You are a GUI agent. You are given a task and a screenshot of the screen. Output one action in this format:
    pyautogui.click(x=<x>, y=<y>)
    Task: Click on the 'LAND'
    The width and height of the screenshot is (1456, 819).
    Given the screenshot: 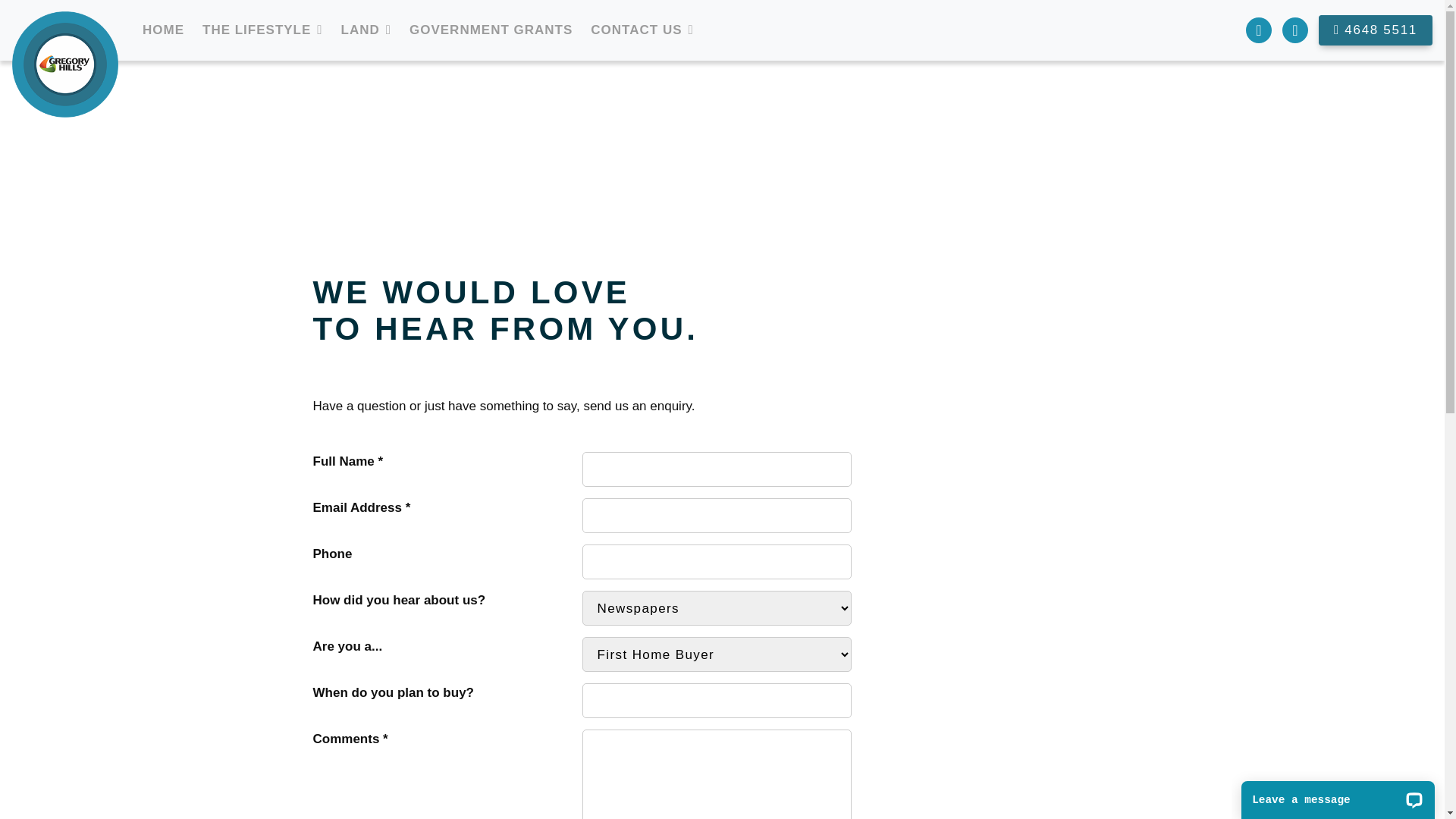 What is the action you would take?
    pyautogui.click(x=359, y=30)
    